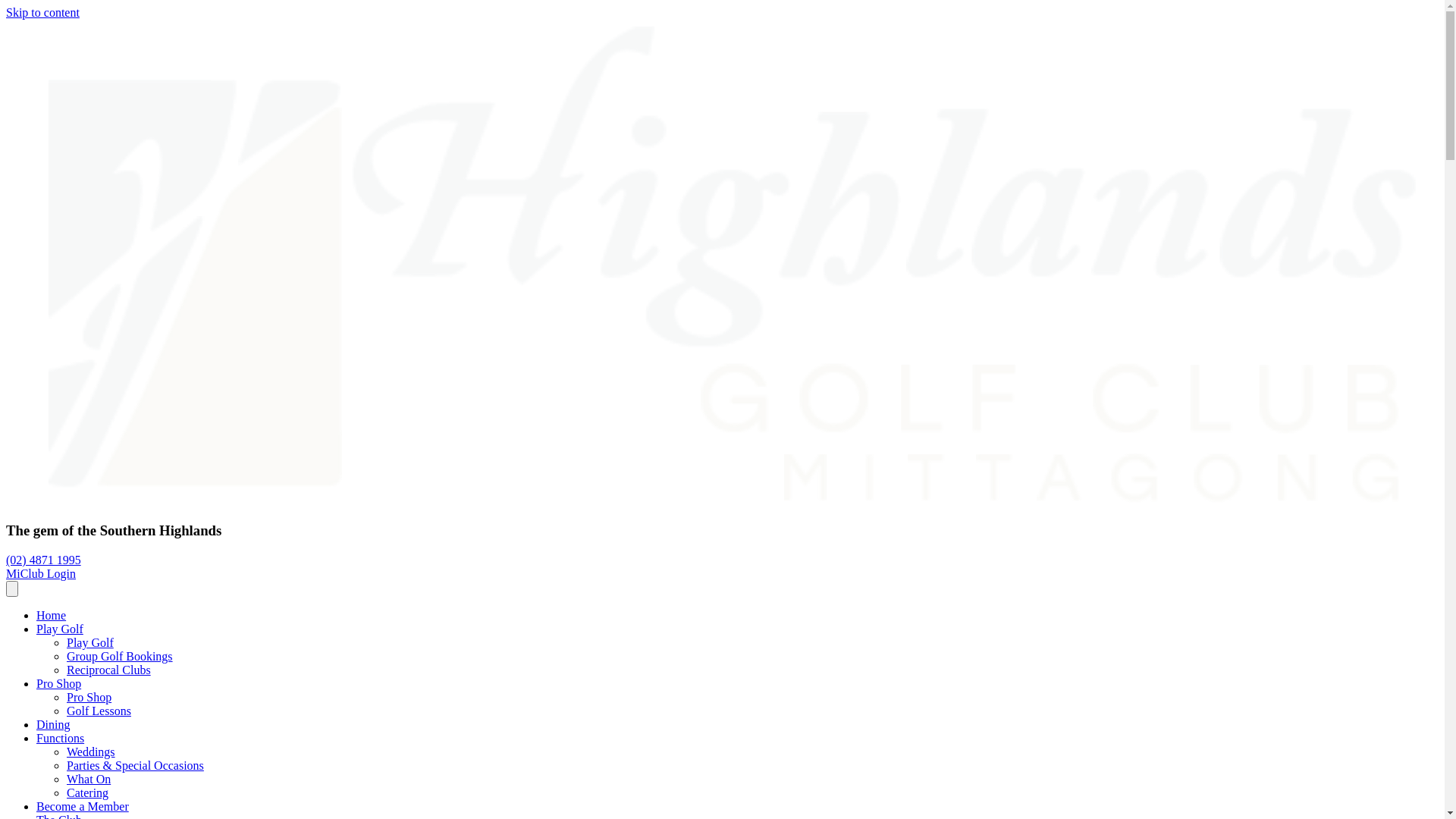  Describe the element at coordinates (58, 683) in the screenshot. I see `'Pro Shop'` at that location.